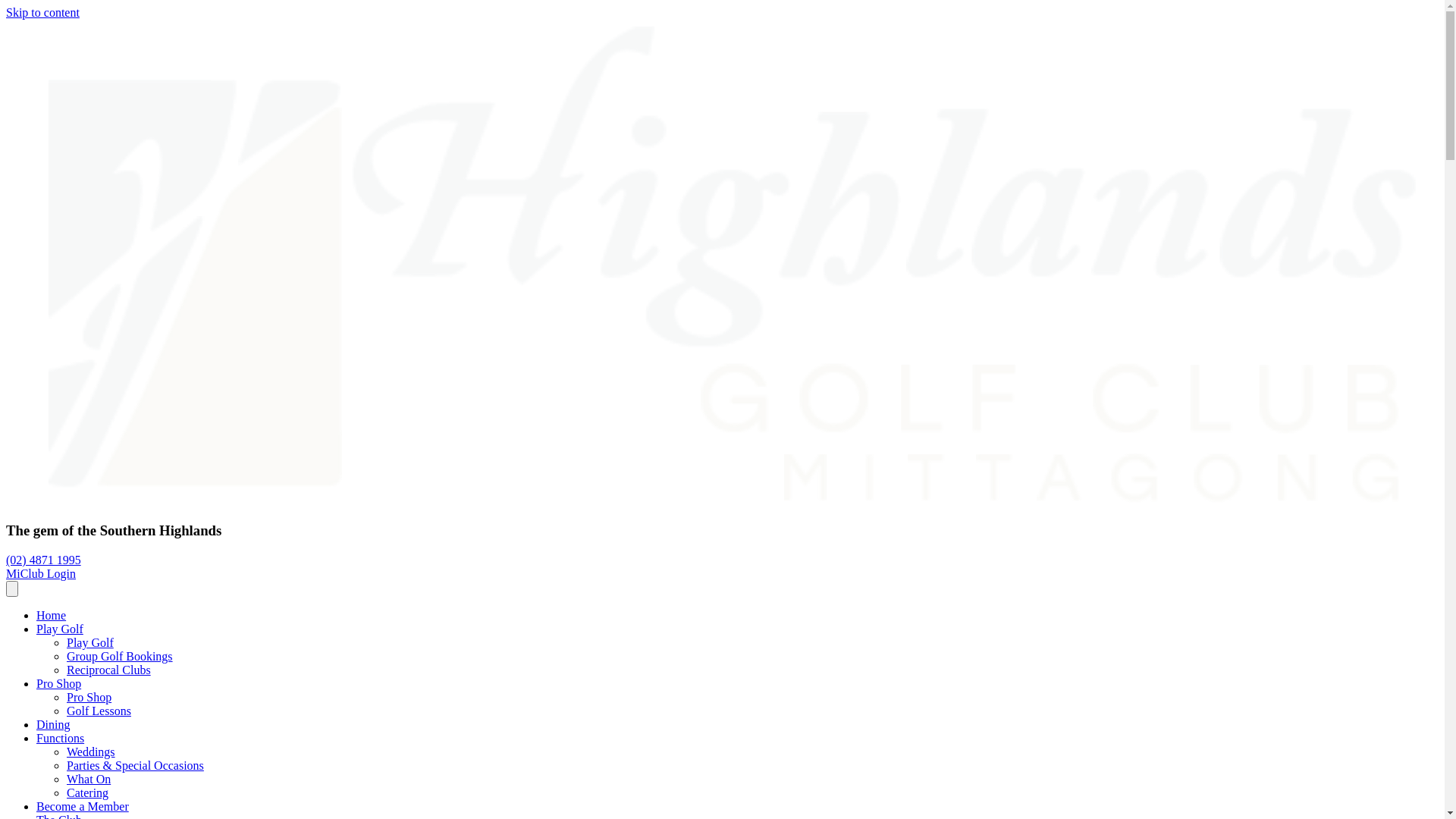  Describe the element at coordinates (58, 683) in the screenshot. I see `'Pro Shop'` at that location.